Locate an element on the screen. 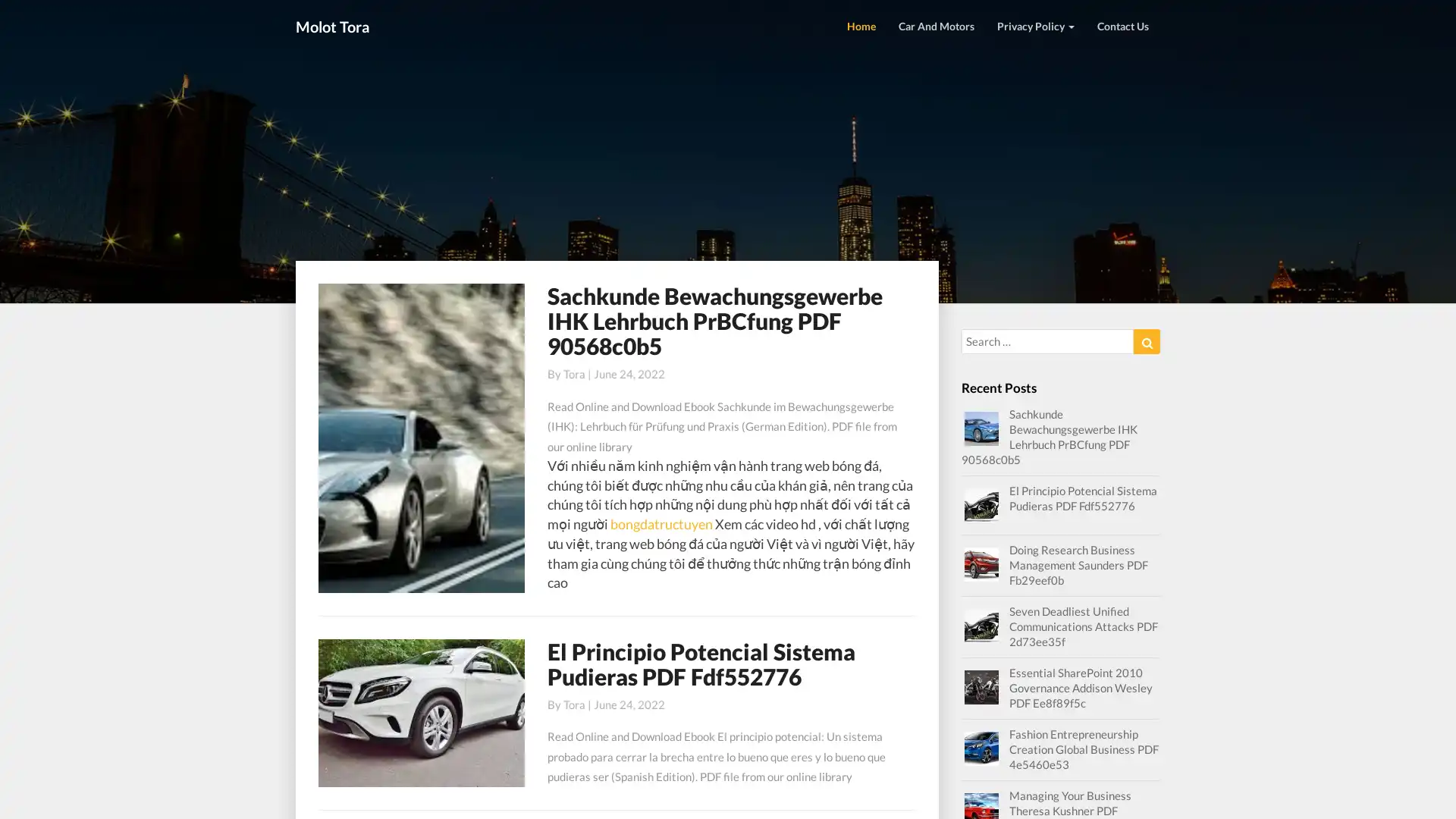 This screenshot has width=1456, height=819. Search is located at coordinates (1147, 341).